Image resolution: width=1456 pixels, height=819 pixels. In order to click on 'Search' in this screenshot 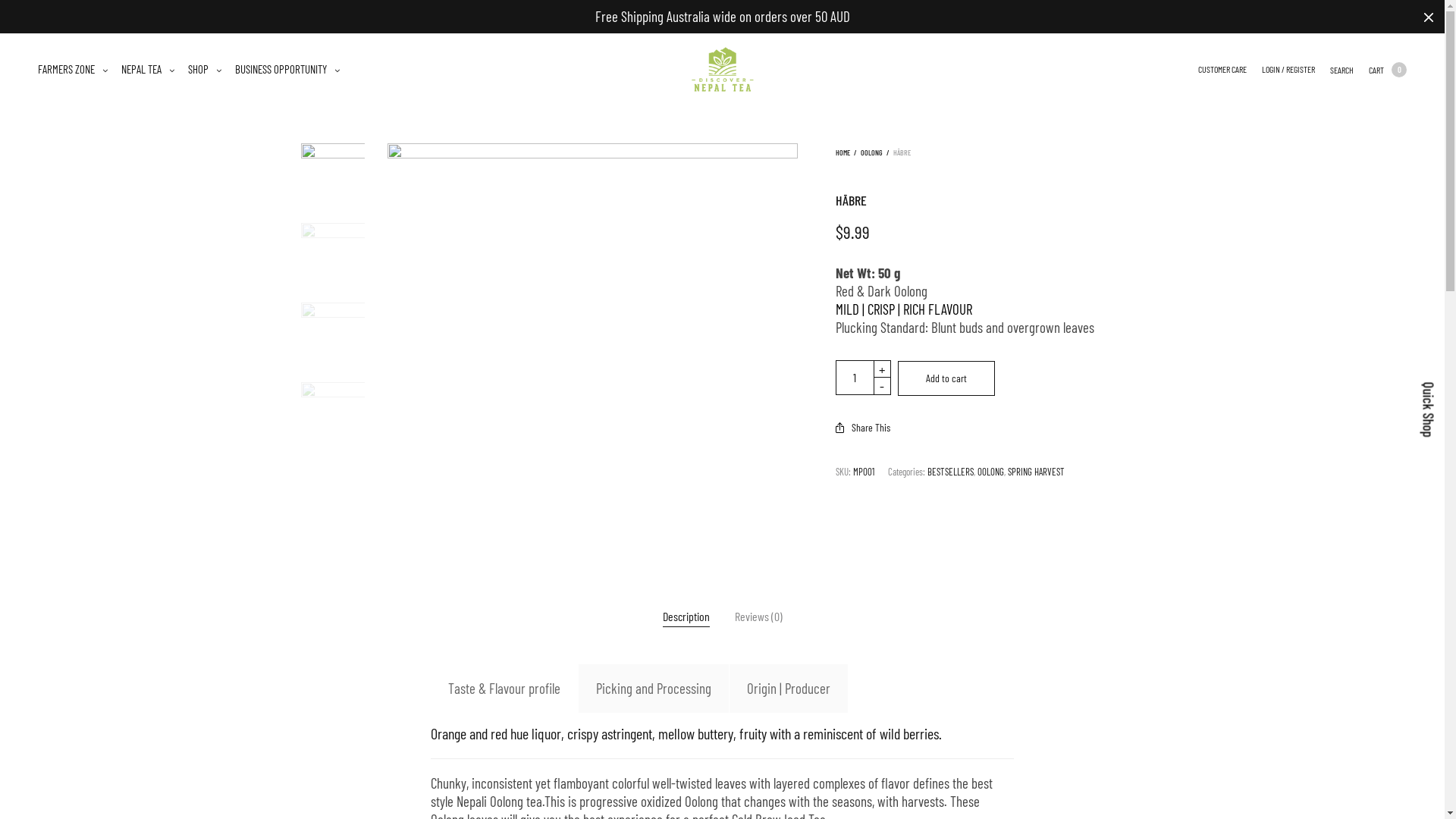, I will do `click(13, 5)`.